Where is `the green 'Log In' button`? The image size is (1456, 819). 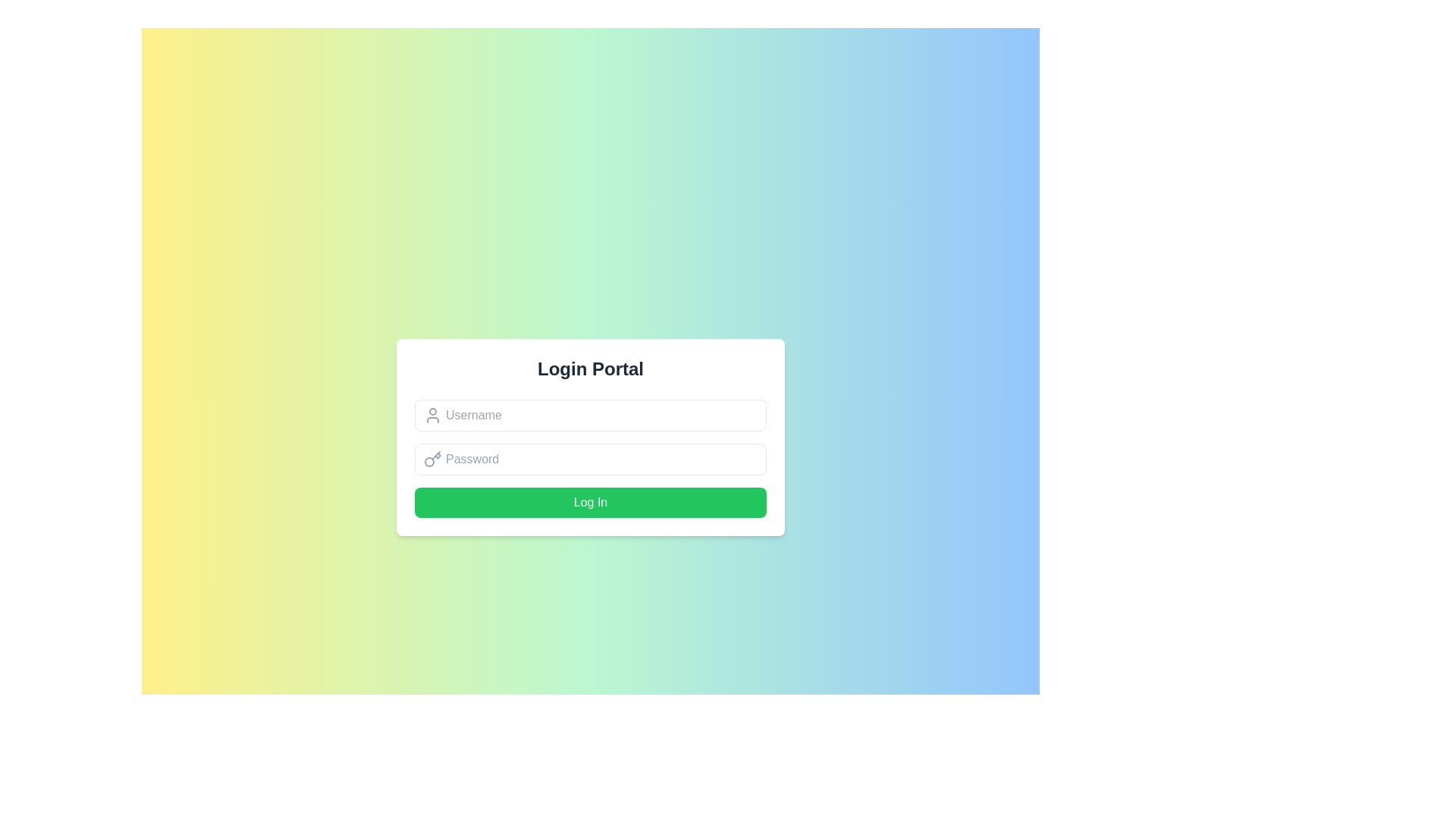 the green 'Log In' button is located at coordinates (589, 503).